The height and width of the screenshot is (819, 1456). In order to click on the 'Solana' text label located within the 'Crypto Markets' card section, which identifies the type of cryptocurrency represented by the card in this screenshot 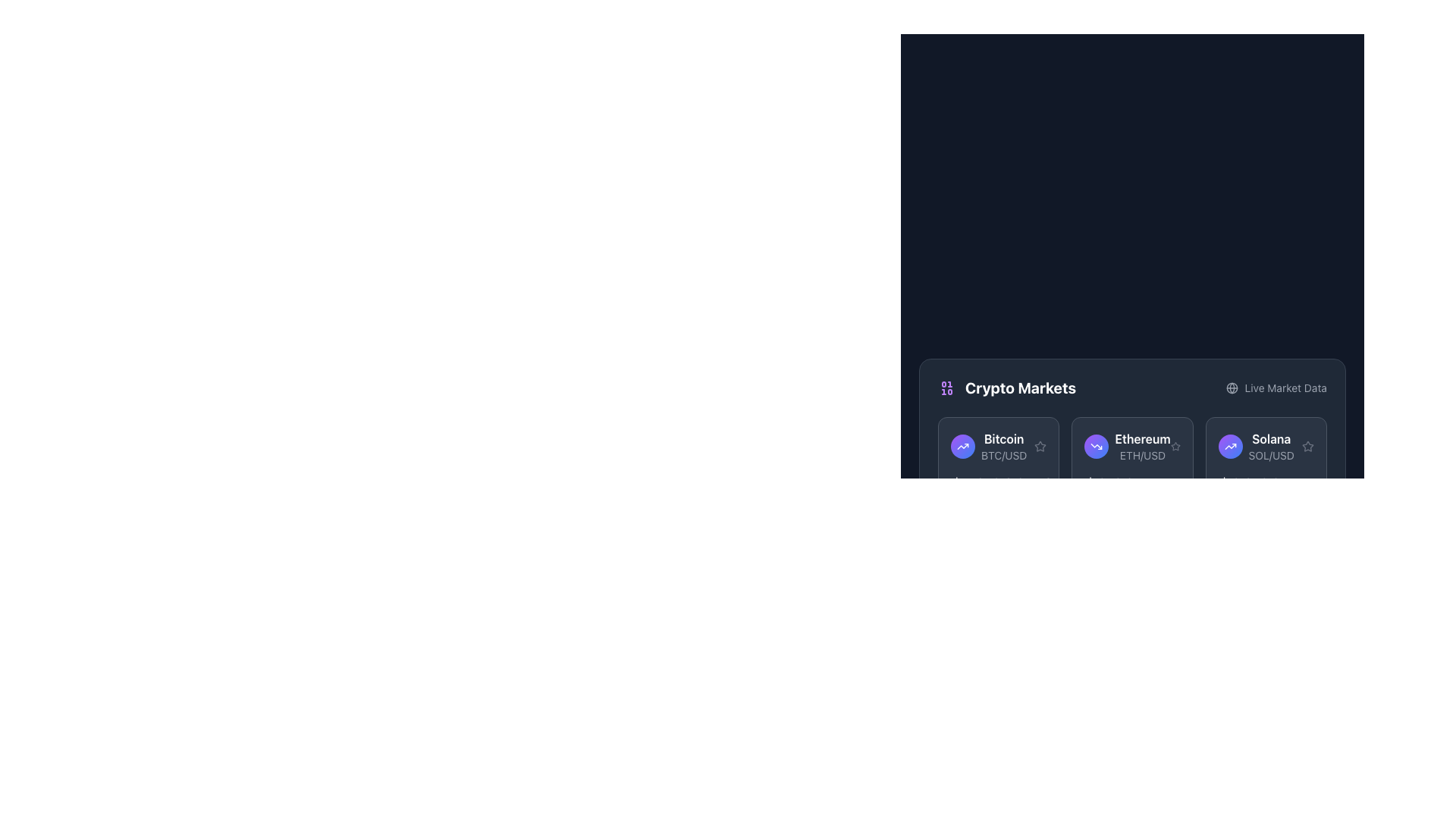, I will do `click(1271, 438)`.